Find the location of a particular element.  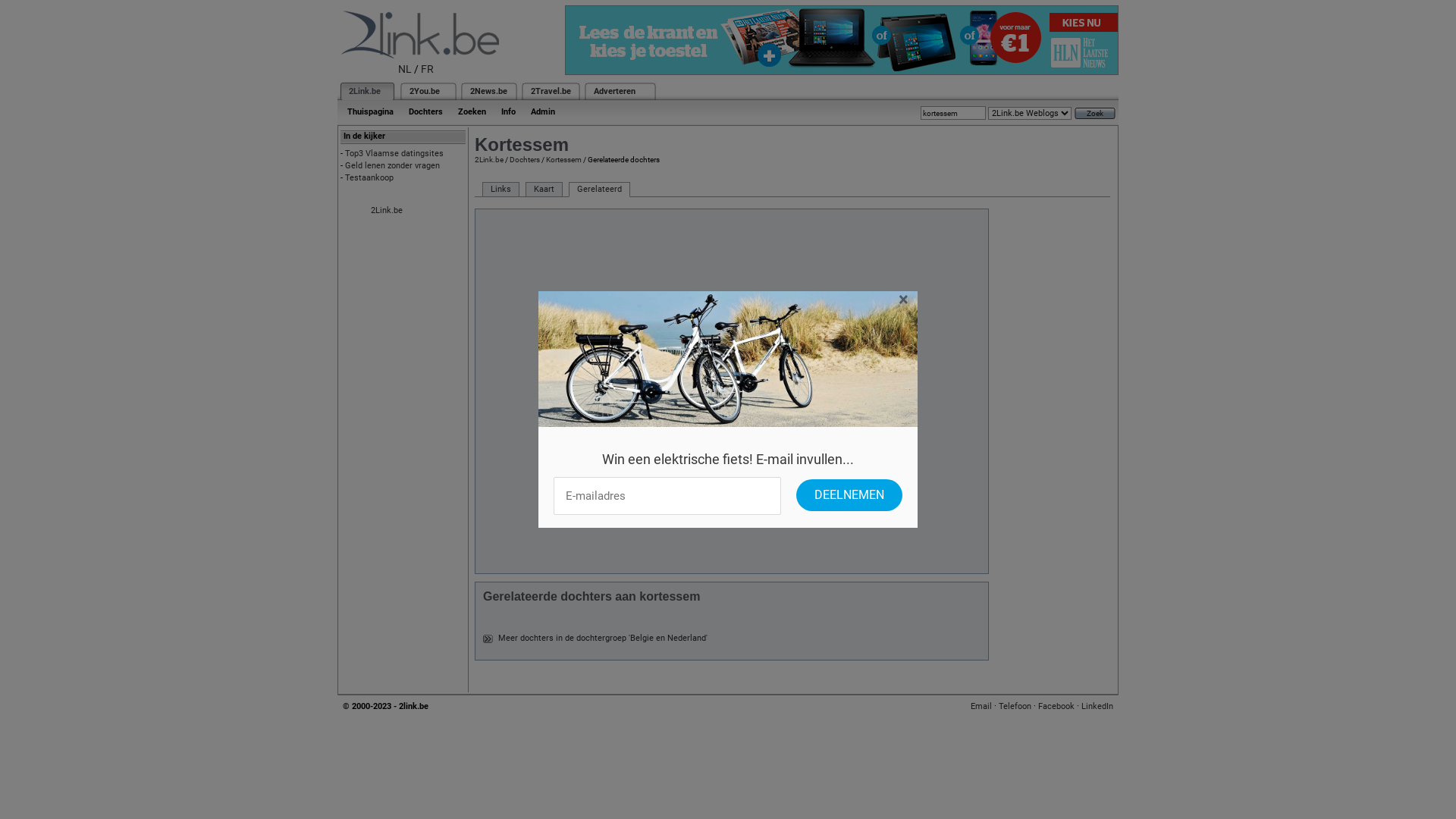

'Thuispagina' is located at coordinates (370, 111).